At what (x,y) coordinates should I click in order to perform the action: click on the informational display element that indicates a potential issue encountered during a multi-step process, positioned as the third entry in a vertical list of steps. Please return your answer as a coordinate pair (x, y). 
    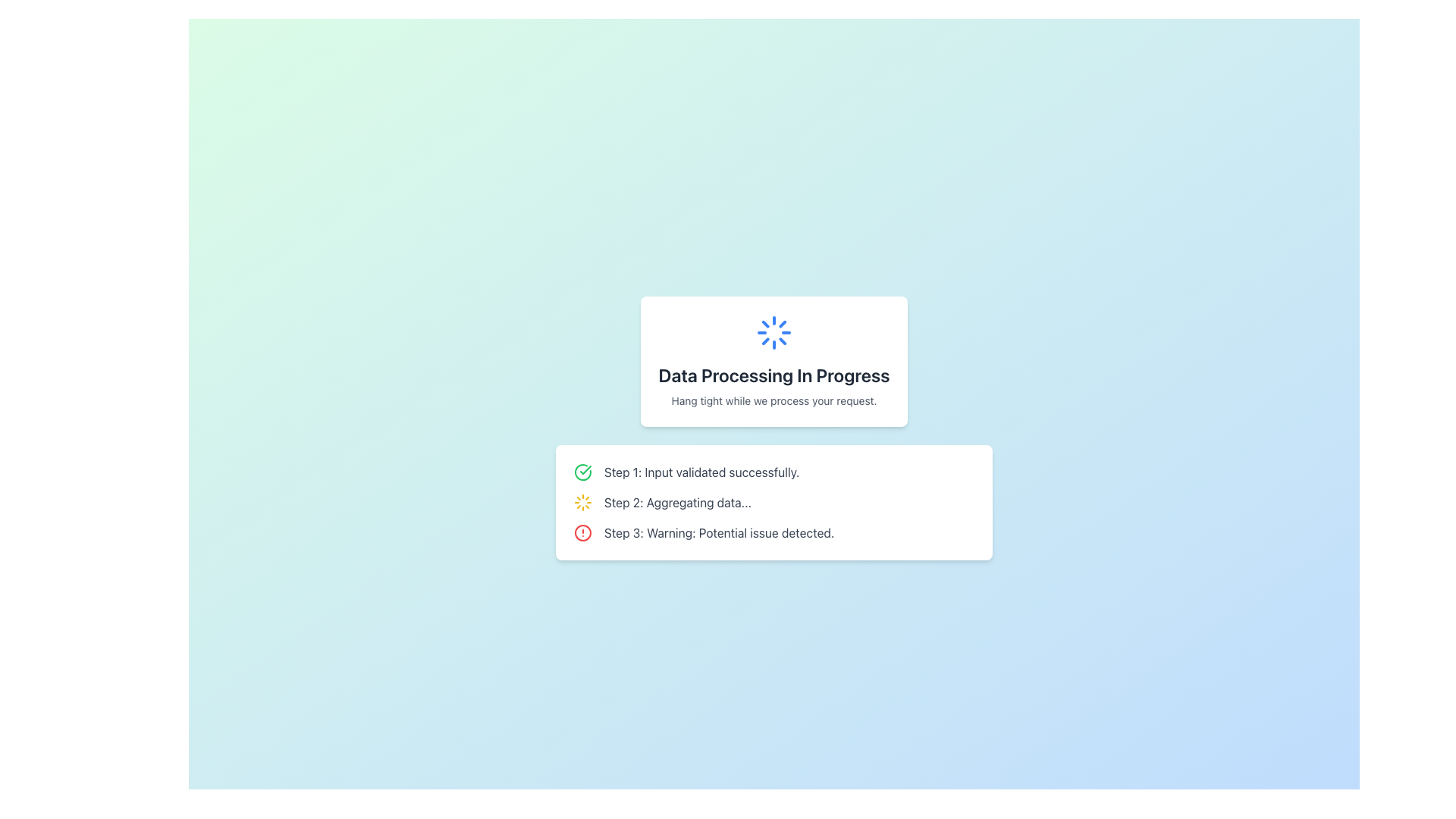
    Looking at the image, I should click on (774, 532).